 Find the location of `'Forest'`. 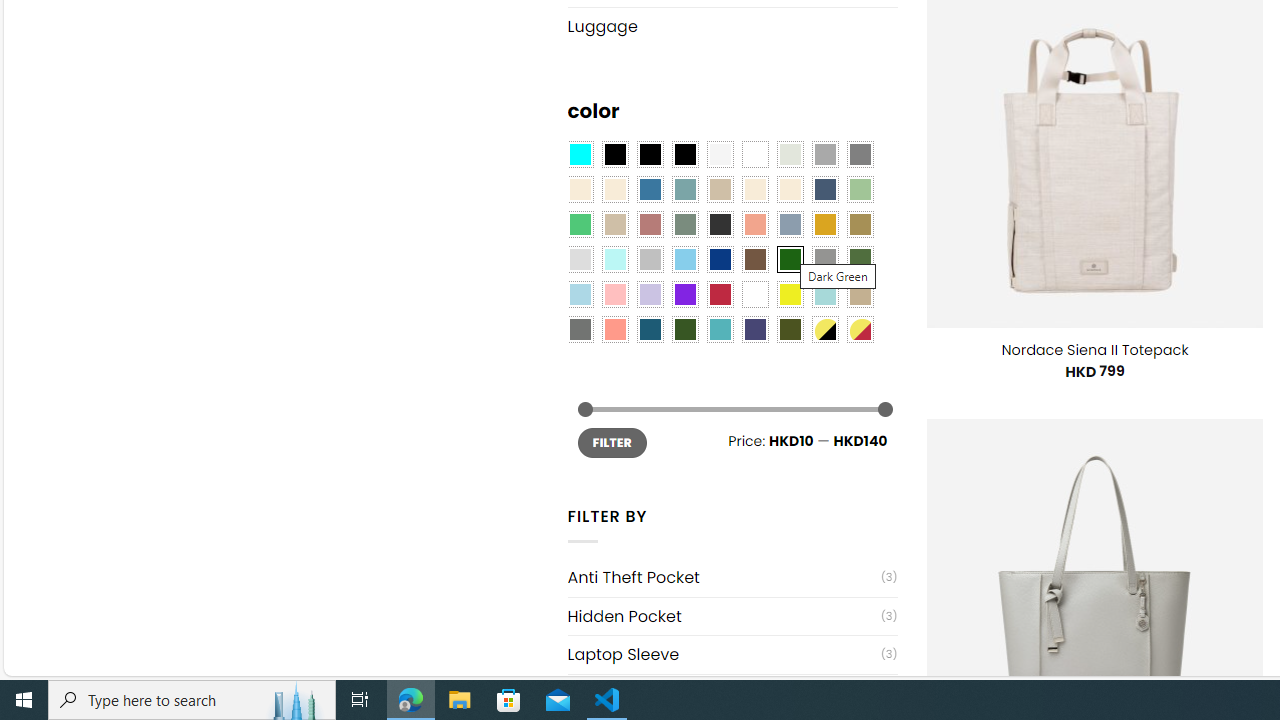

'Forest' is located at coordinates (684, 328).